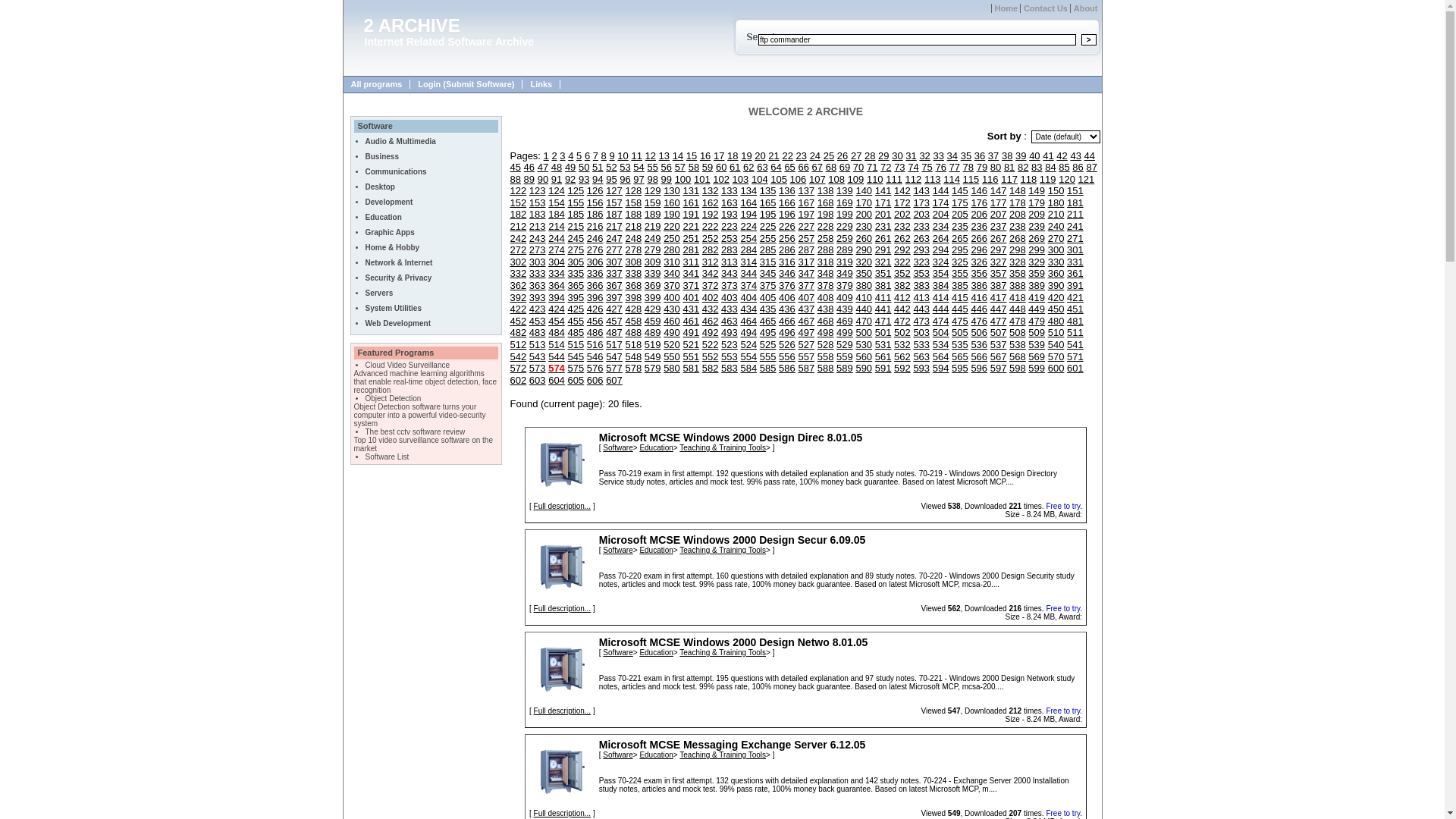  Describe the element at coordinates (630, 155) in the screenshot. I see `'11'` at that location.